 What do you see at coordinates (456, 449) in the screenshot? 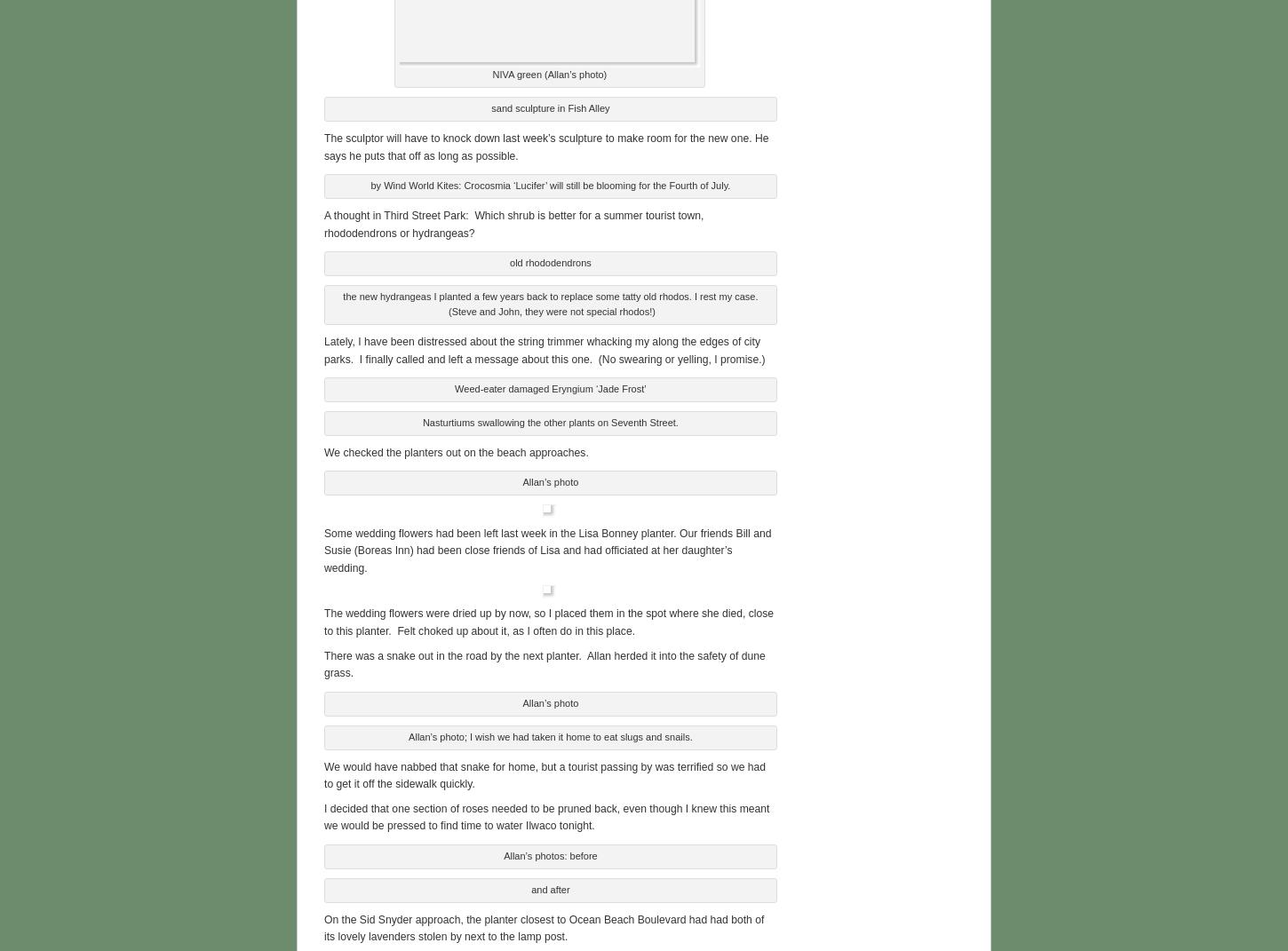
I see `'We checked the planters out on the beach approaches.'` at bounding box center [456, 449].